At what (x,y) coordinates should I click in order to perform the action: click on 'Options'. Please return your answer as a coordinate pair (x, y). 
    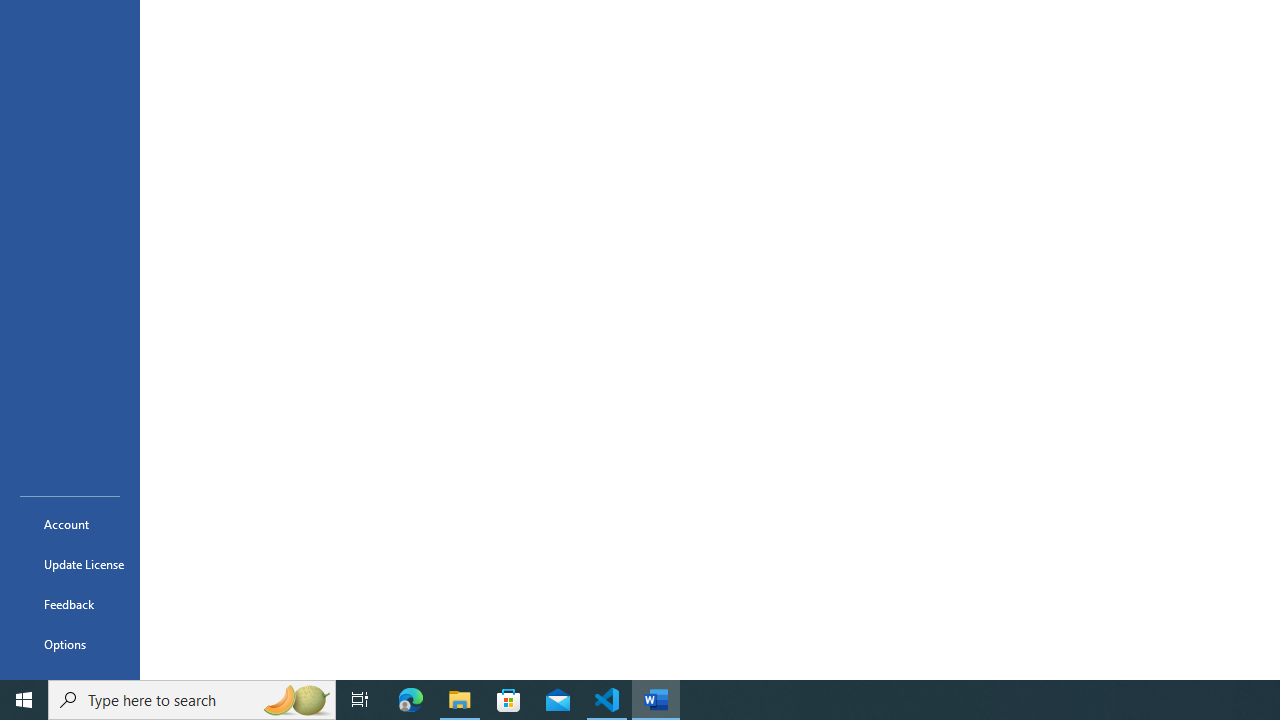
    Looking at the image, I should click on (69, 644).